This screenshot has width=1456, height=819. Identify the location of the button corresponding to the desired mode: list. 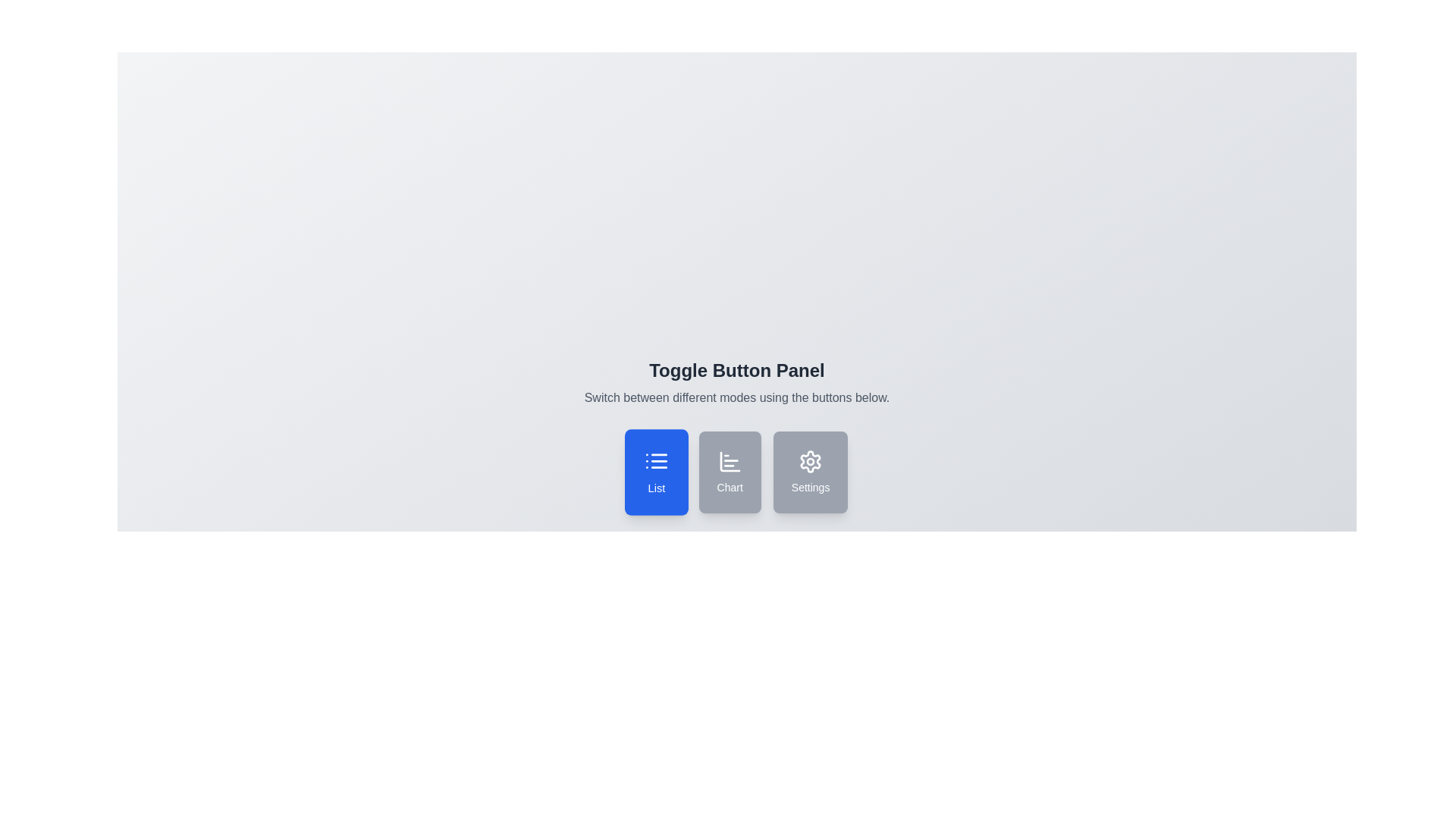
(656, 472).